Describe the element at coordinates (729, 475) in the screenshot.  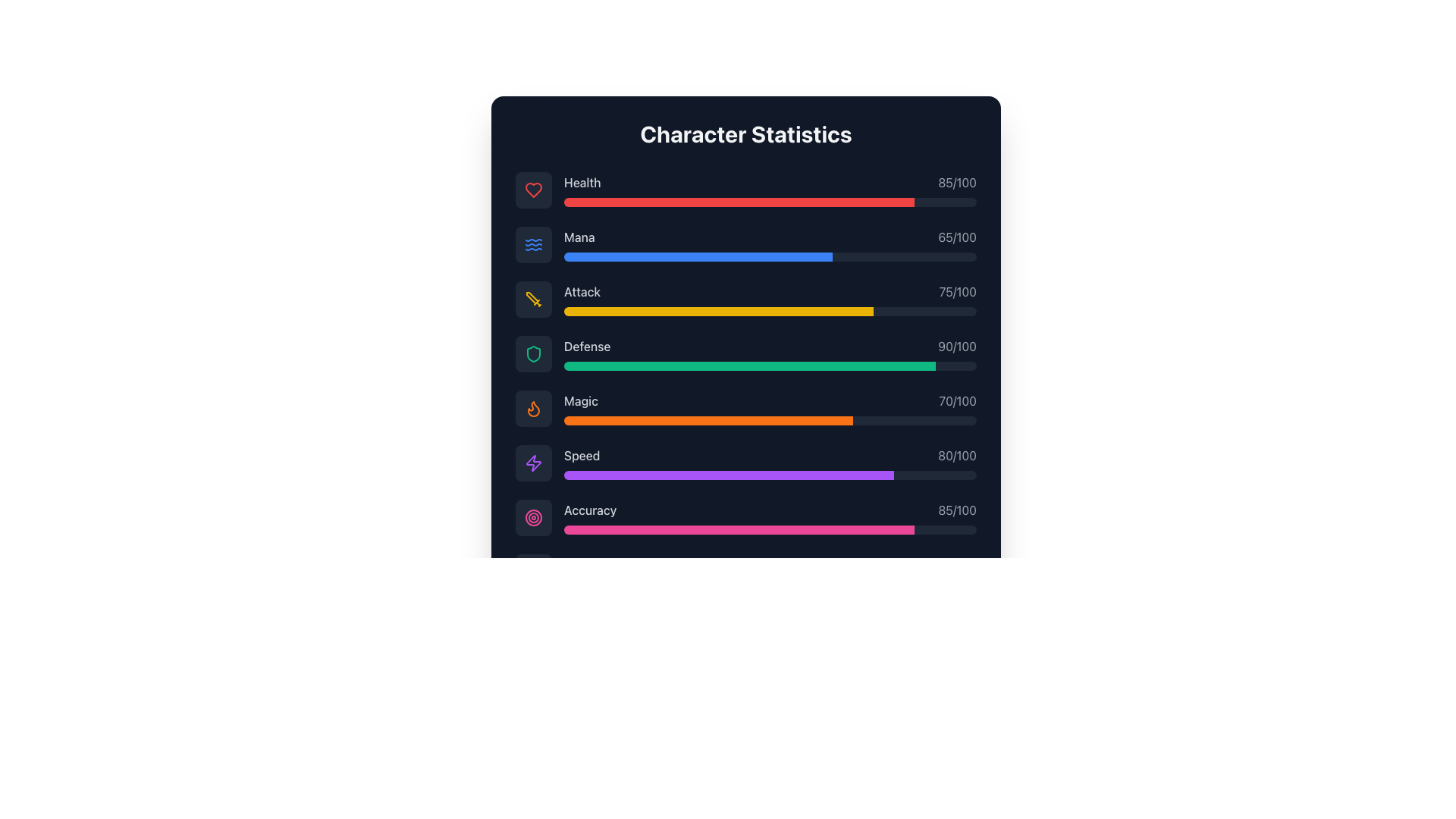
I see `the Progress bar representing the 'Speed' statistic, which shows 80% completion and is located in the sixth row of character statistics` at that location.